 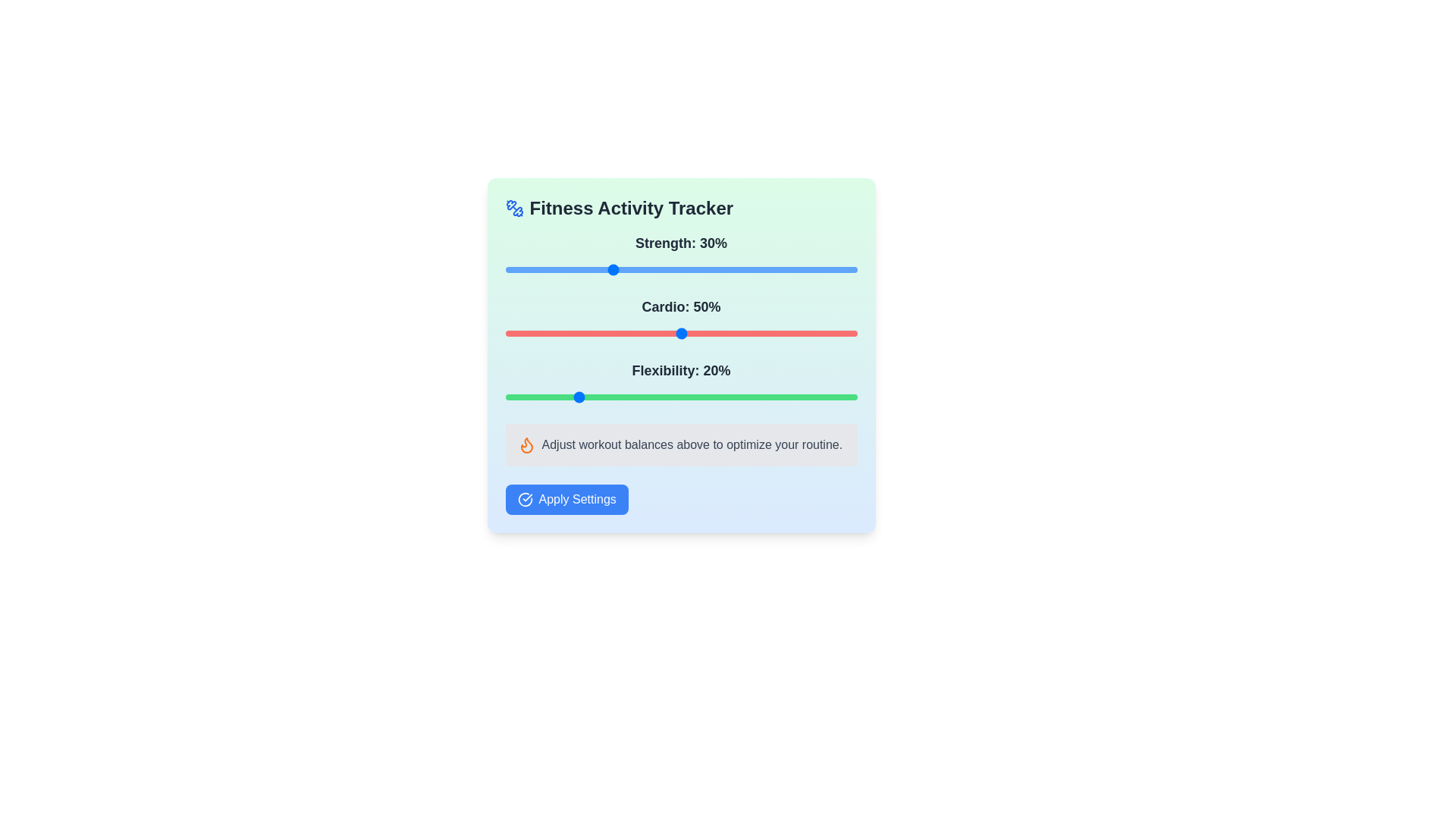 I want to click on cardio level, so click(x=642, y=332).